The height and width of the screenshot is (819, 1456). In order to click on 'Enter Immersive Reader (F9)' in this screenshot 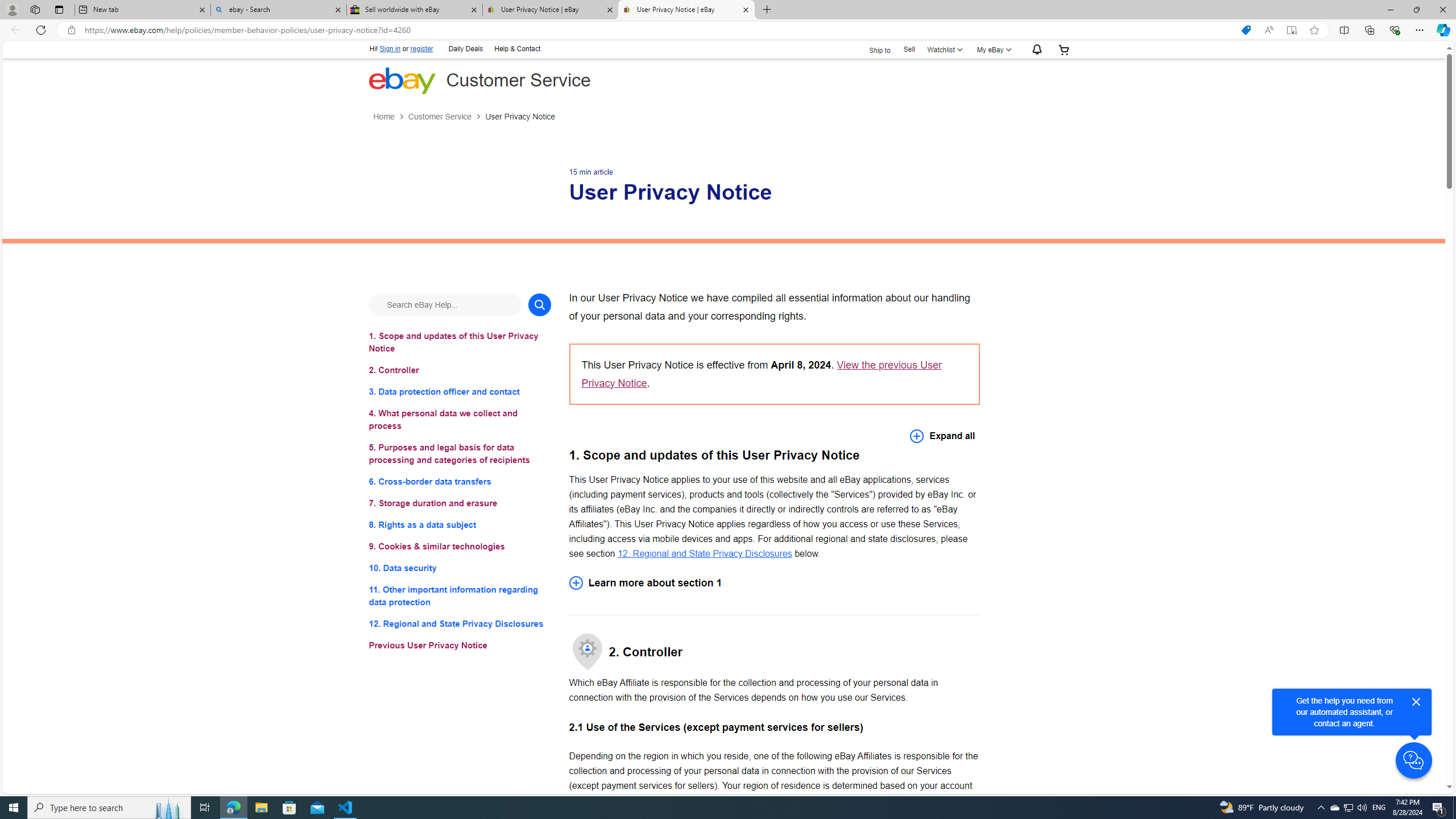, I will do `click(1291, 30)`.